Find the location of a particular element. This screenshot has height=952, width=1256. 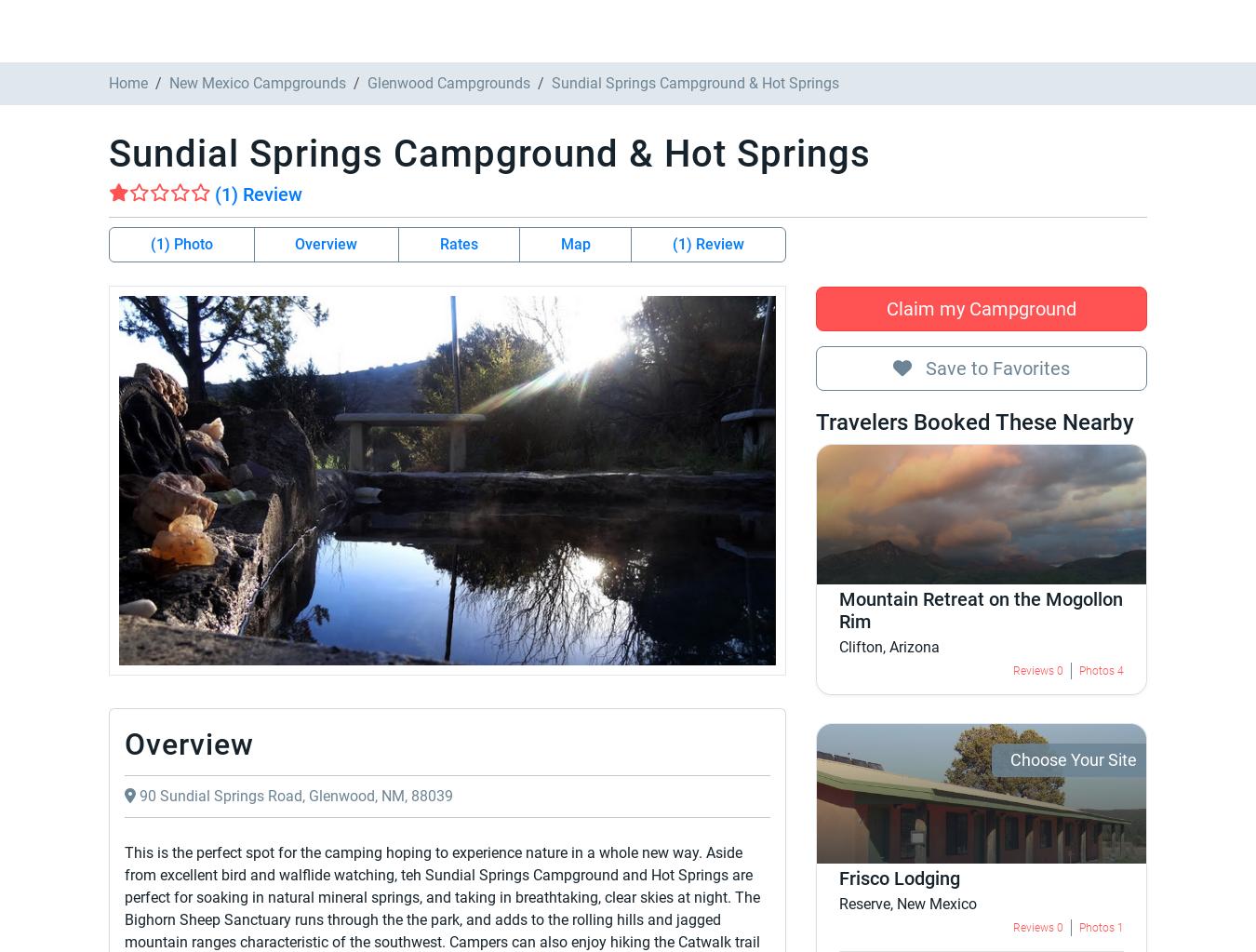

'Frisco Lodging' is located at coordinates (542, 565).